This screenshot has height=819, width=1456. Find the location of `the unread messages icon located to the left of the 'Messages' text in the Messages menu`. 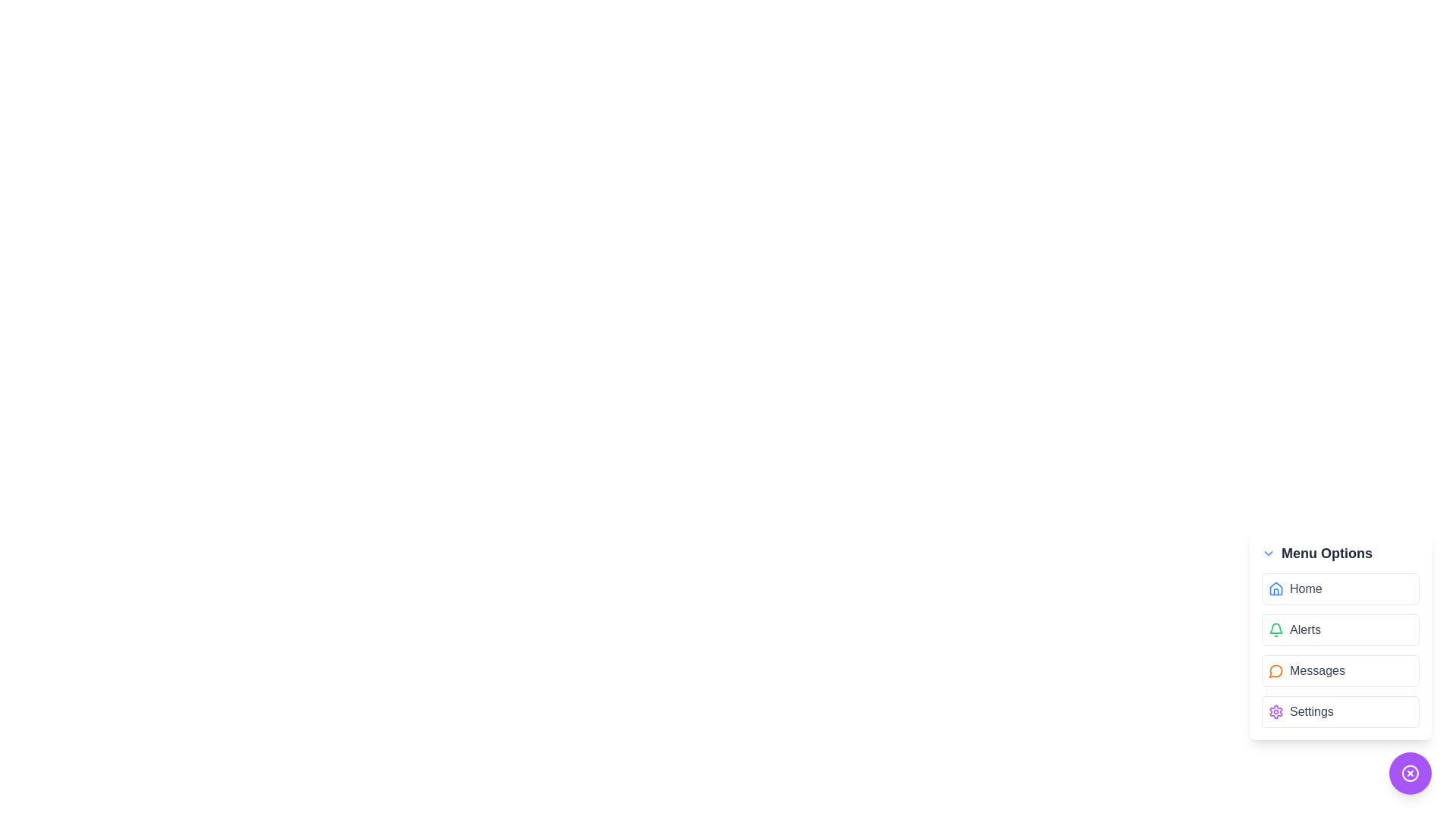

the unread messages icon located to the left of the 'Messages' text in the Messages menu is located at coordinates (1276, 670).